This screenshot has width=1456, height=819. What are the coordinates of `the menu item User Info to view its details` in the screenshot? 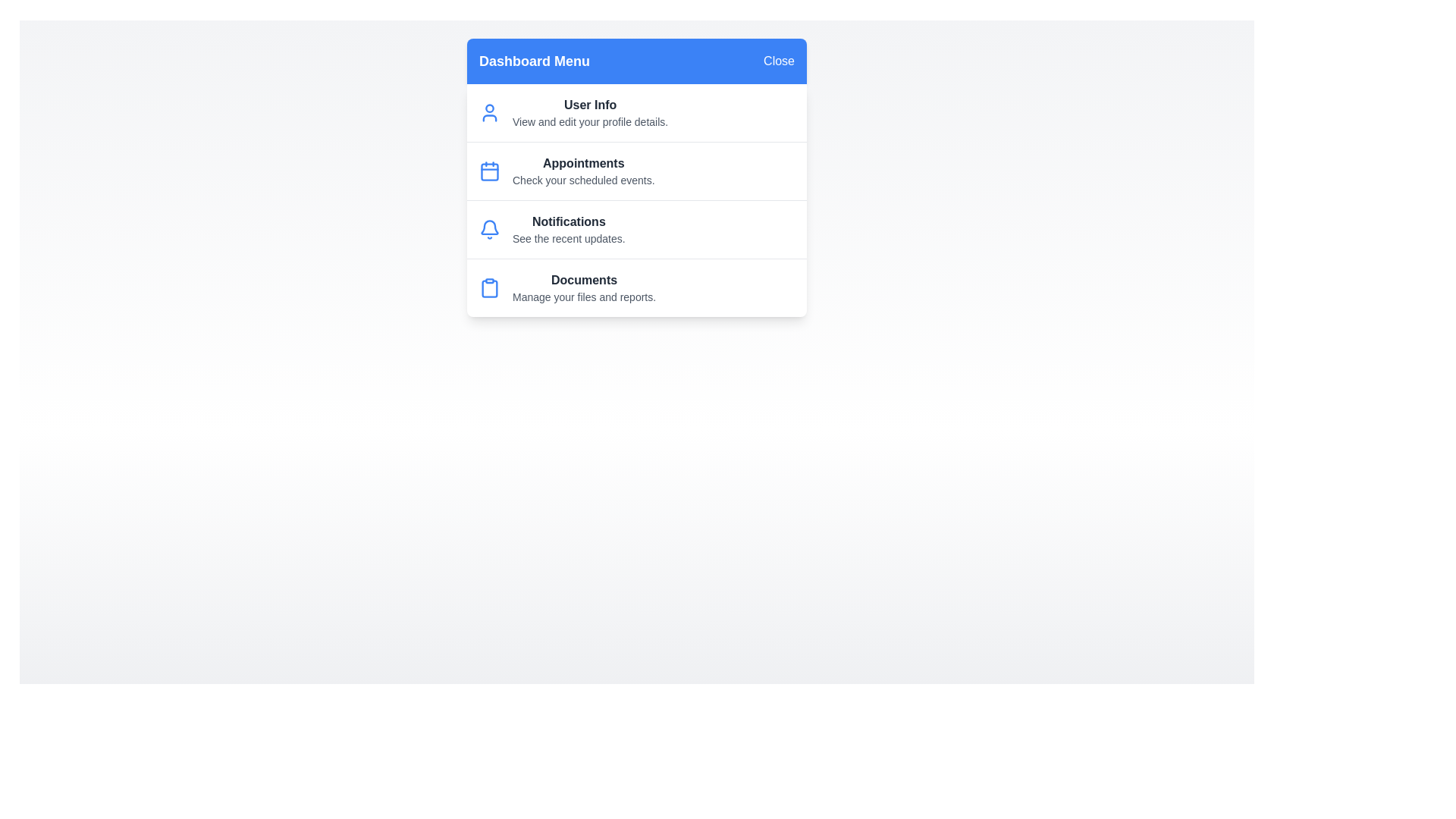 It's located at (490, 112).